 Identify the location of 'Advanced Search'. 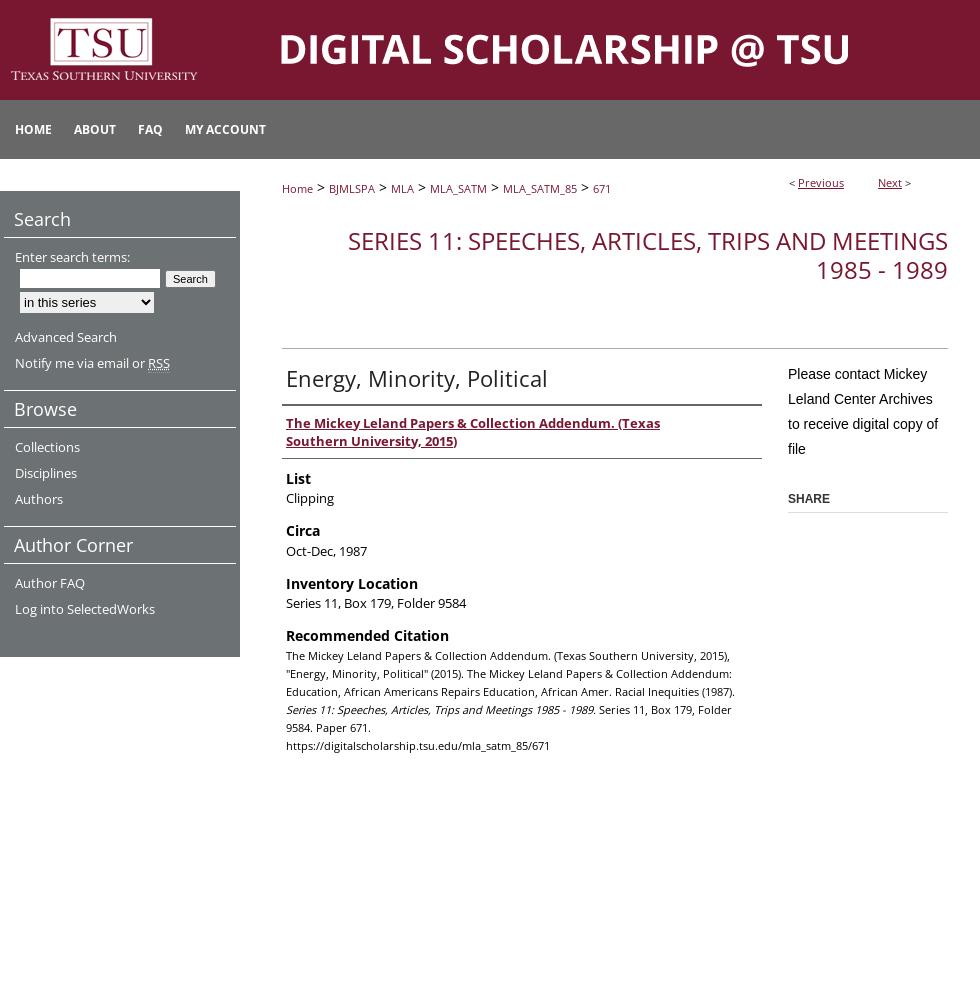
(65, 336).